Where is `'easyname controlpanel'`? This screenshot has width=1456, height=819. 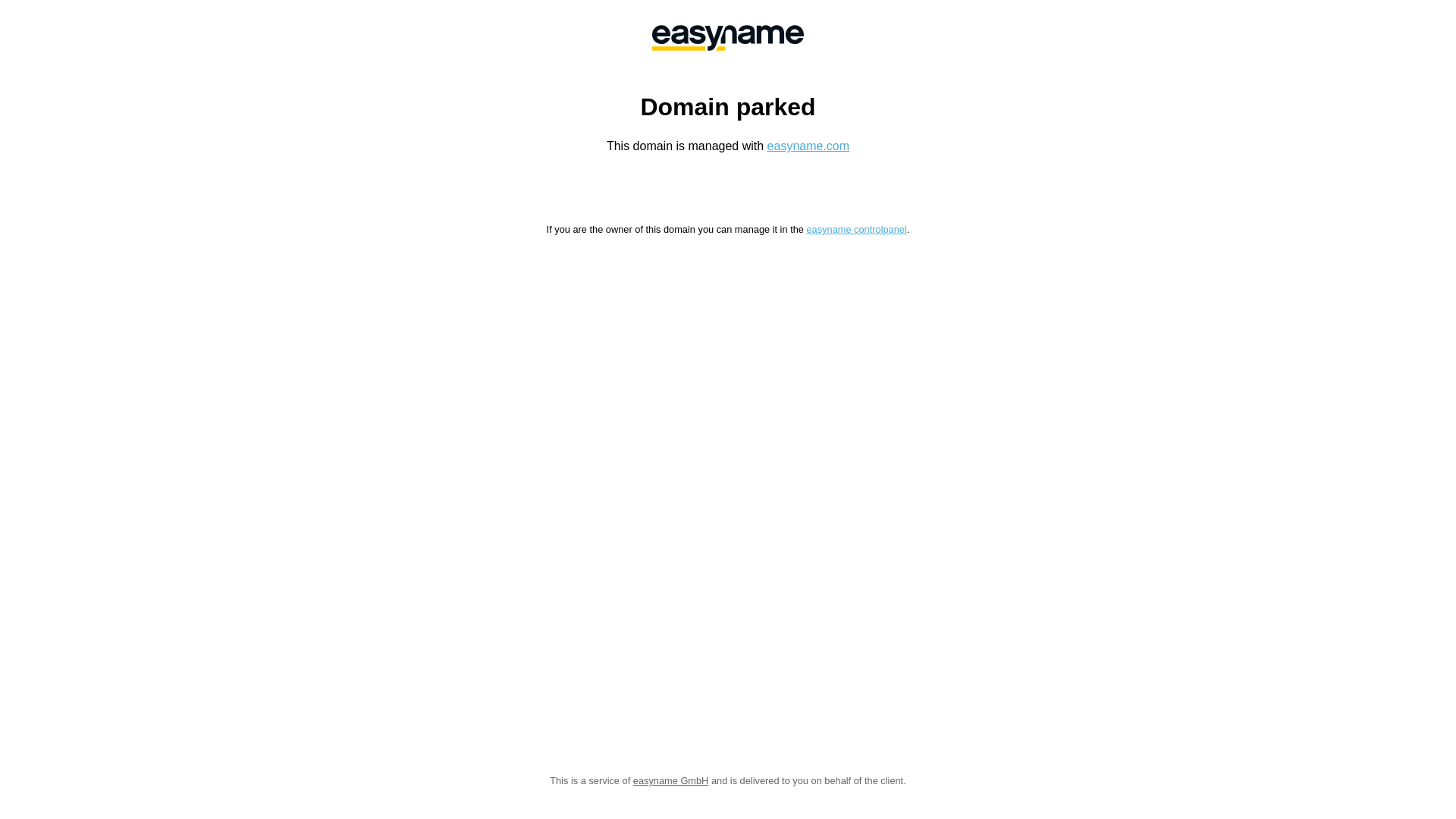
'easyname controlpanel' is located at coordinates (805, 229).